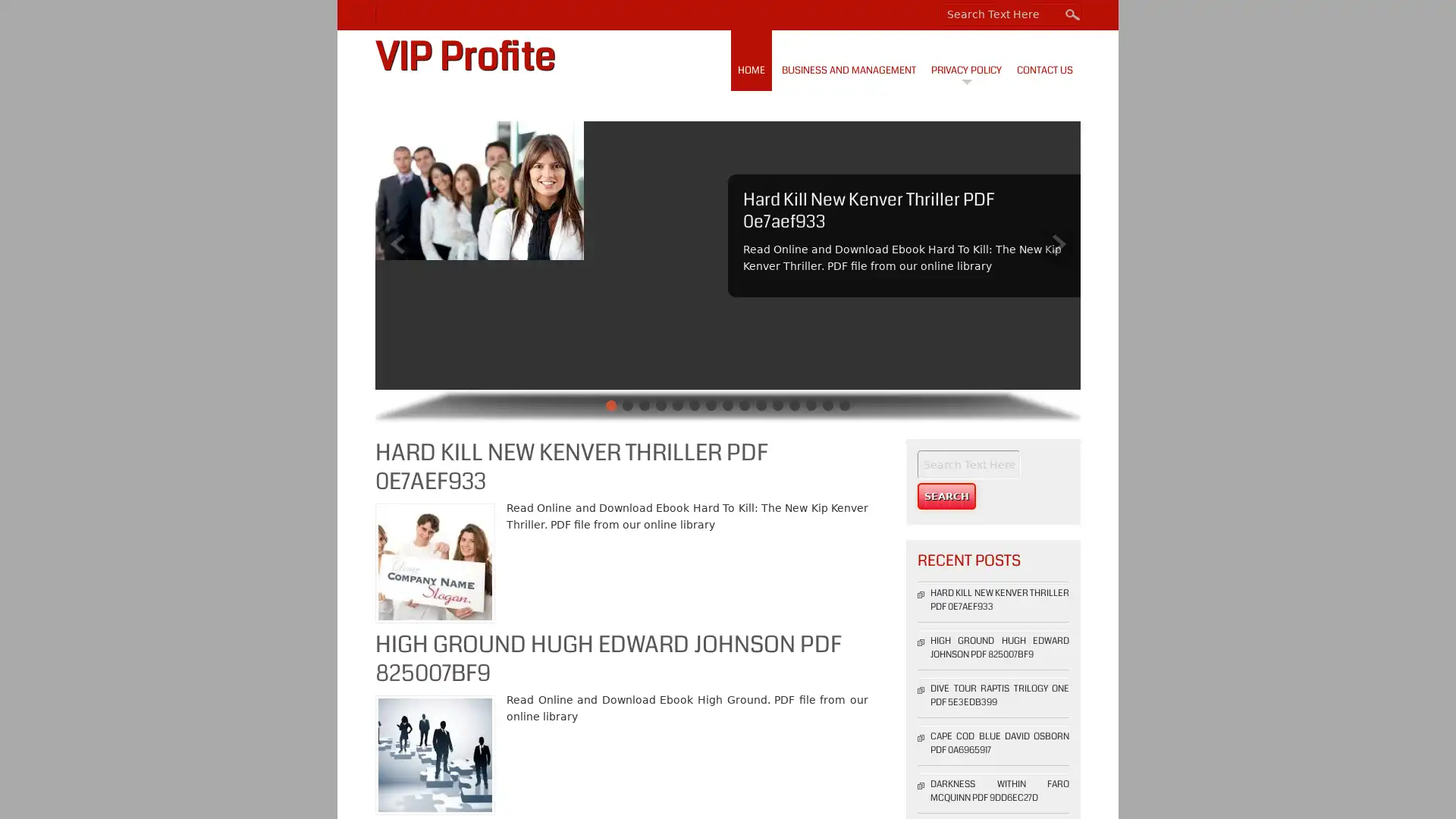 This screenshot has width=1456, height=819. What do you see at coordinates (946, 496) in the screenshot?
I see `Search` at bounding box center [946, 496].